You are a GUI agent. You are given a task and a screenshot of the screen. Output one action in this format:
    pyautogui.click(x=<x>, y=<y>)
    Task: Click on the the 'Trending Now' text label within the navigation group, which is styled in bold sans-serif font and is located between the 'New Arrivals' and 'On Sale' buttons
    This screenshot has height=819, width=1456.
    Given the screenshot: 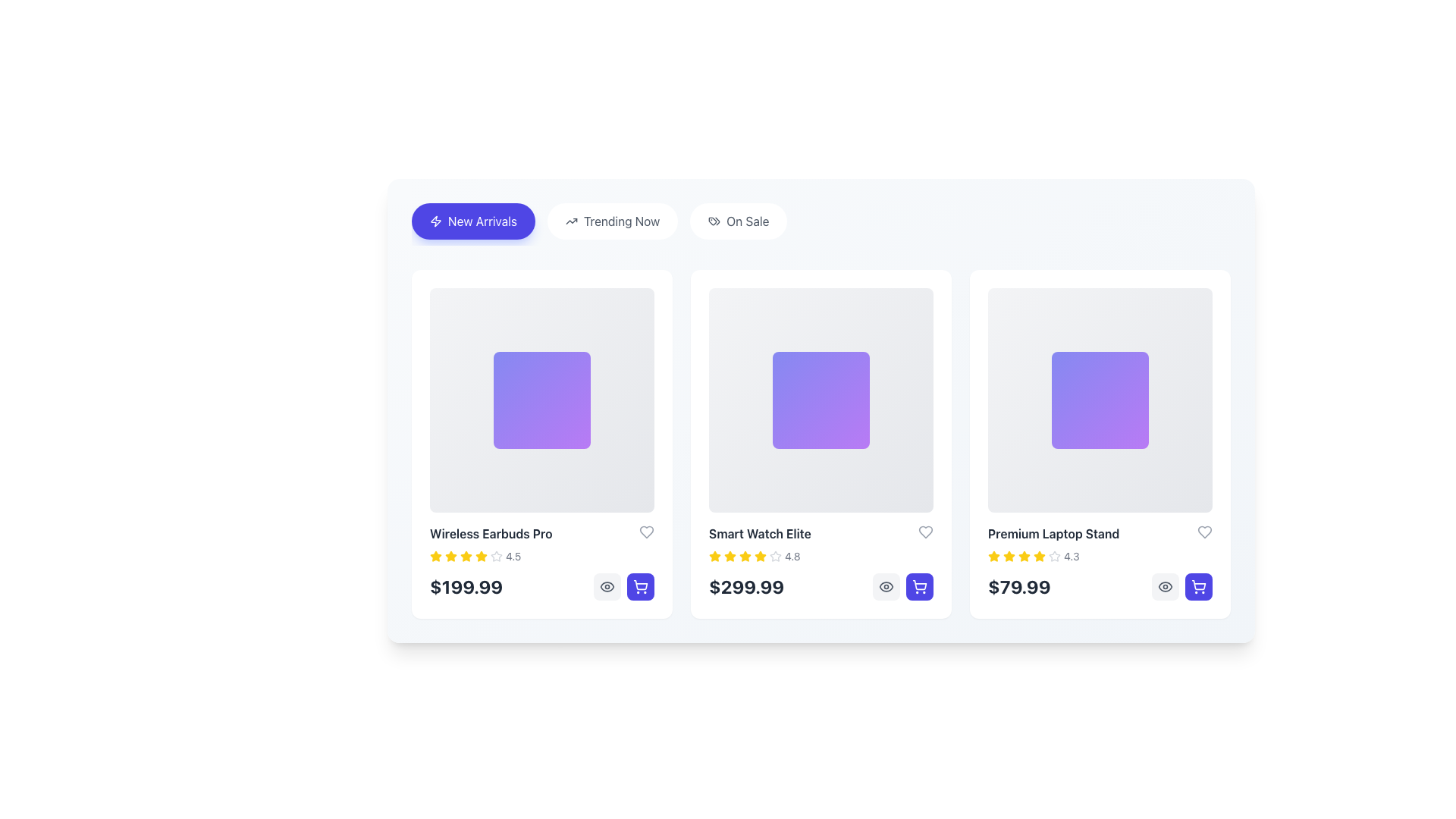 What is the action you would take?
    pyautogui.click(x=622, y=221)
    